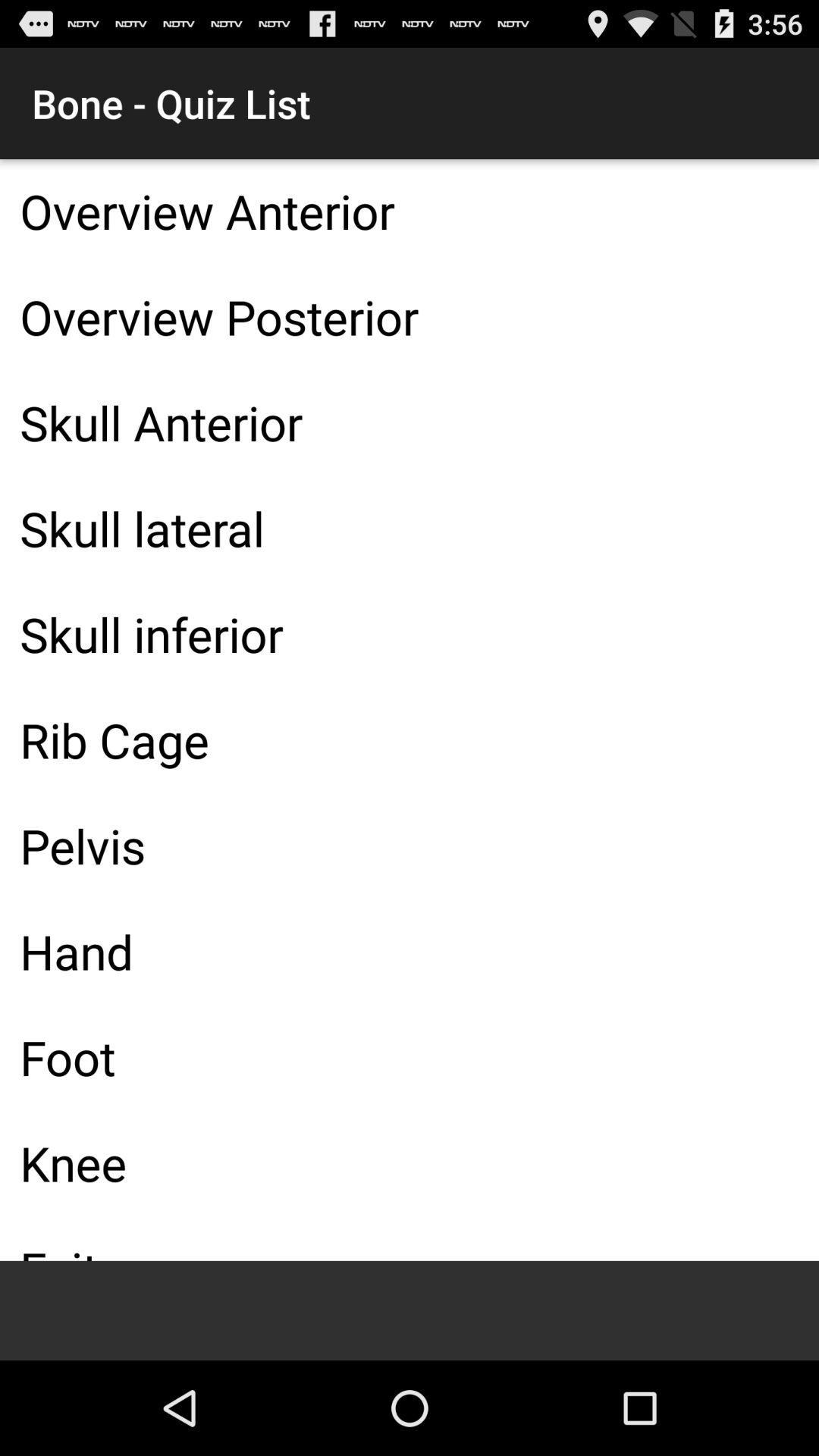 This screenshot has width=819, height=1456. I want to click on the skull lateral, so click(409, 528).